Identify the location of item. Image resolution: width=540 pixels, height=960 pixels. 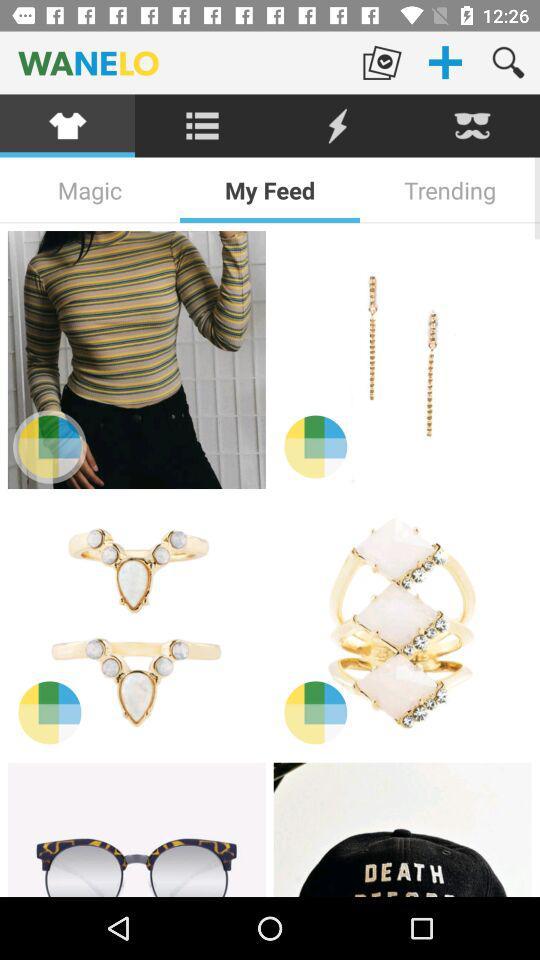
(402, 624).